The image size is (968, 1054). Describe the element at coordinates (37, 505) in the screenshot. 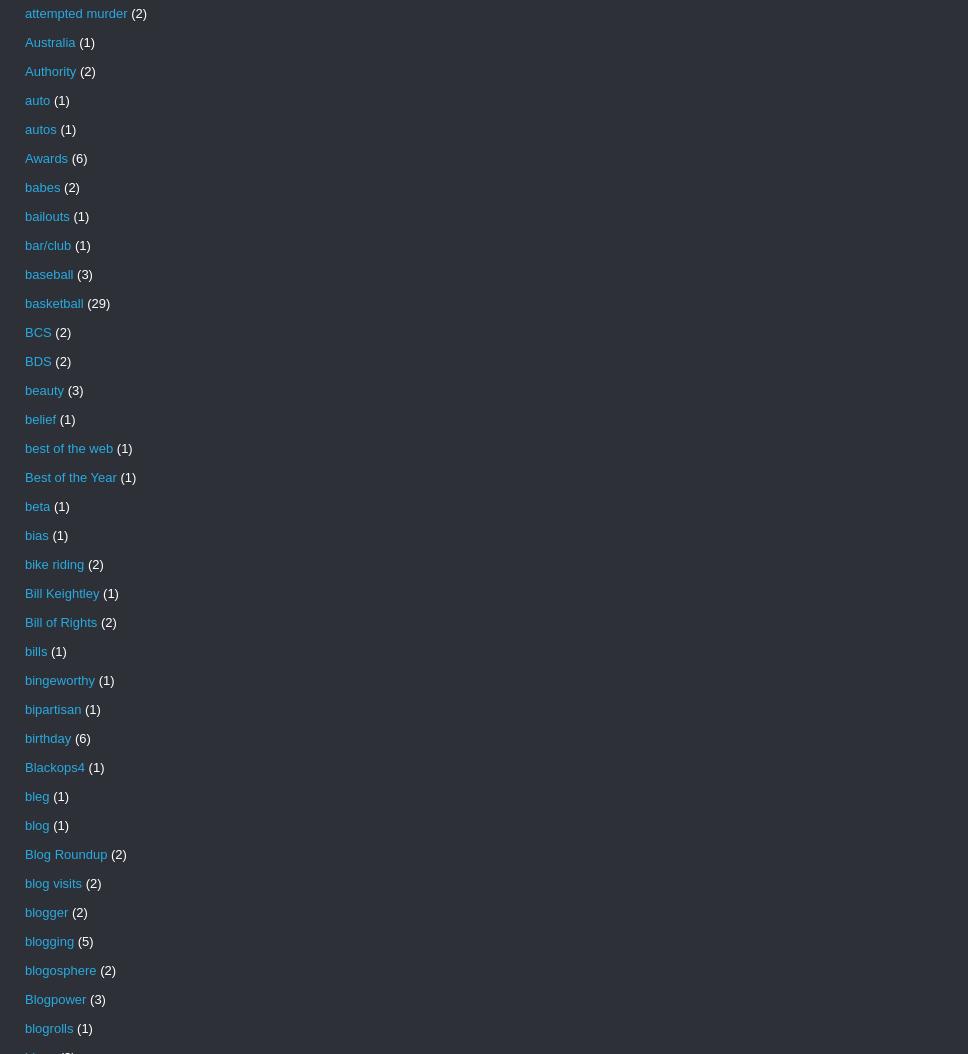

I see `'beta'` at that location.